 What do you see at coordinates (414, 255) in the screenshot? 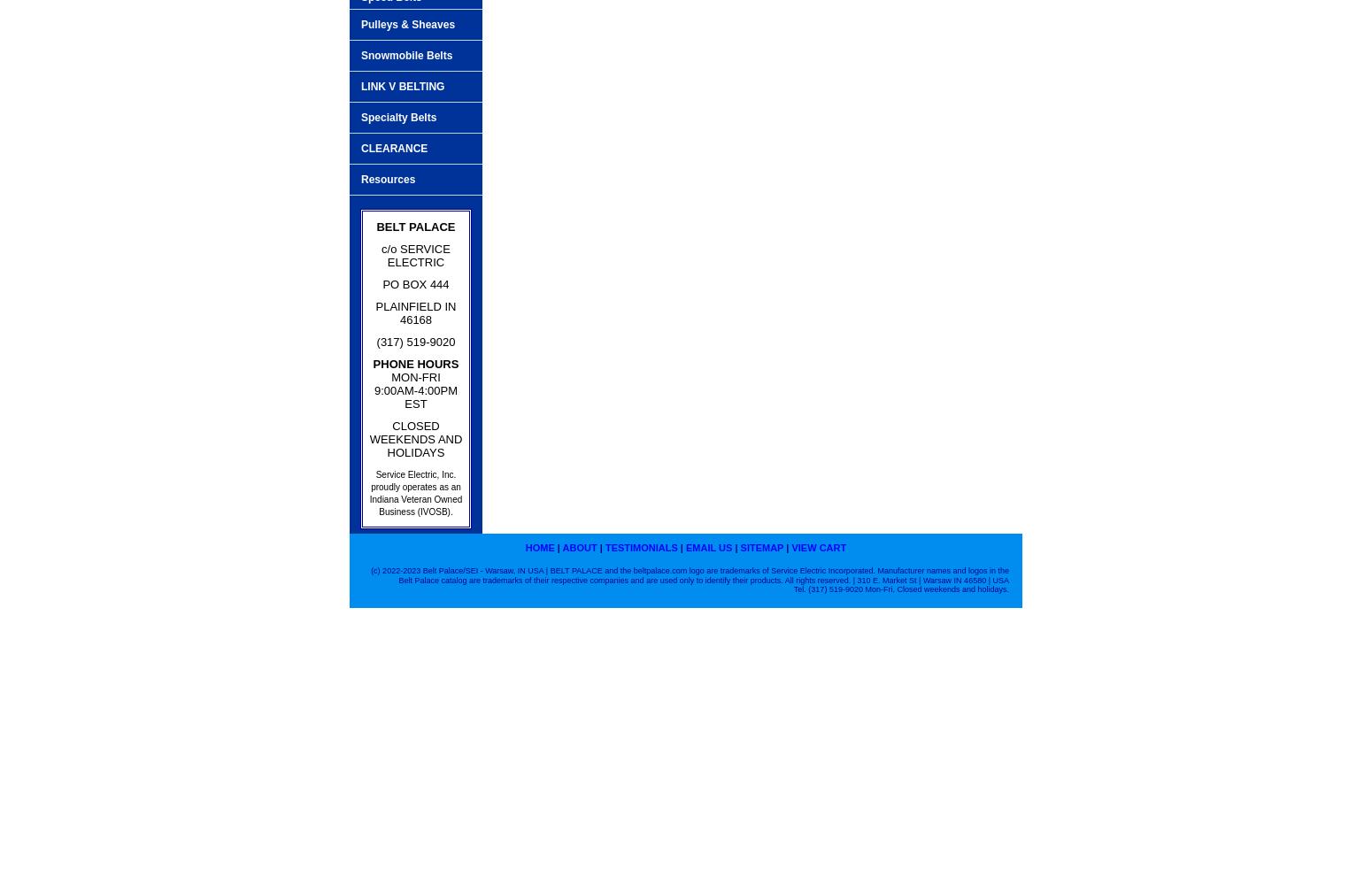
I see `'c/o SERVICE ELECTRIC'` at bounding box center [414, 255].